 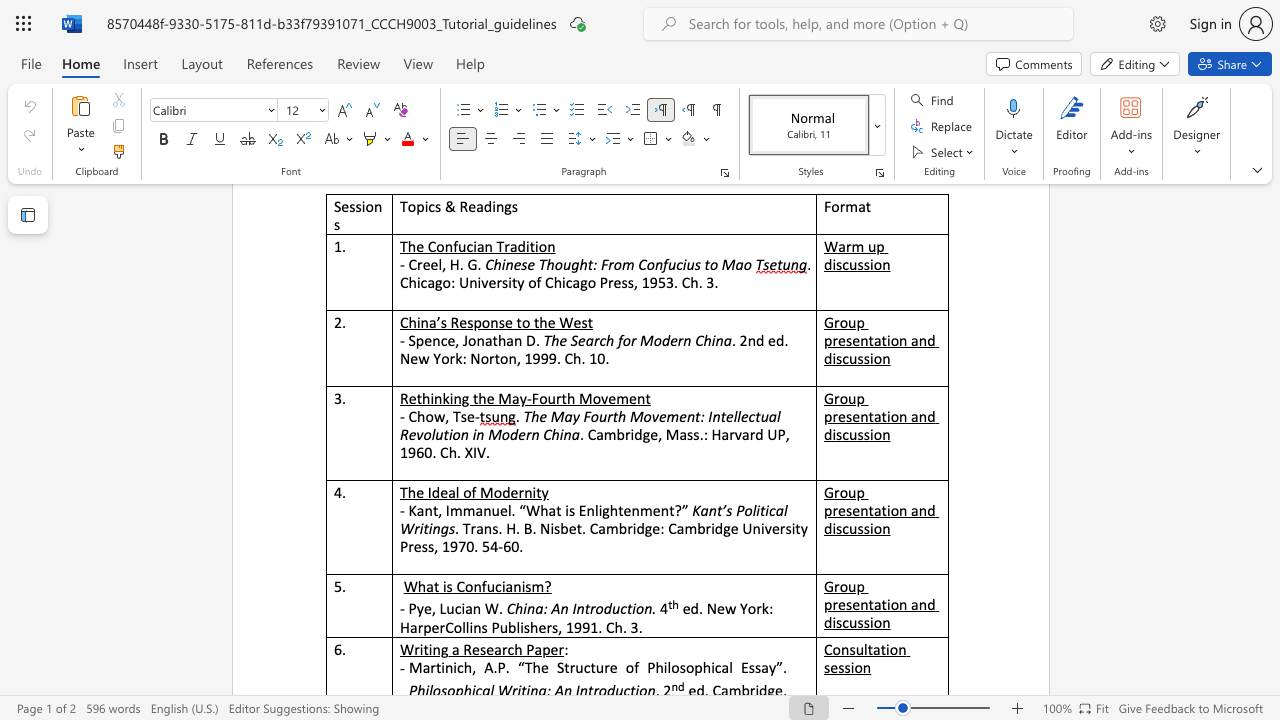 I want to click on the subset text "Res" within the text "a Research Paper", so click(x=462, y=649).